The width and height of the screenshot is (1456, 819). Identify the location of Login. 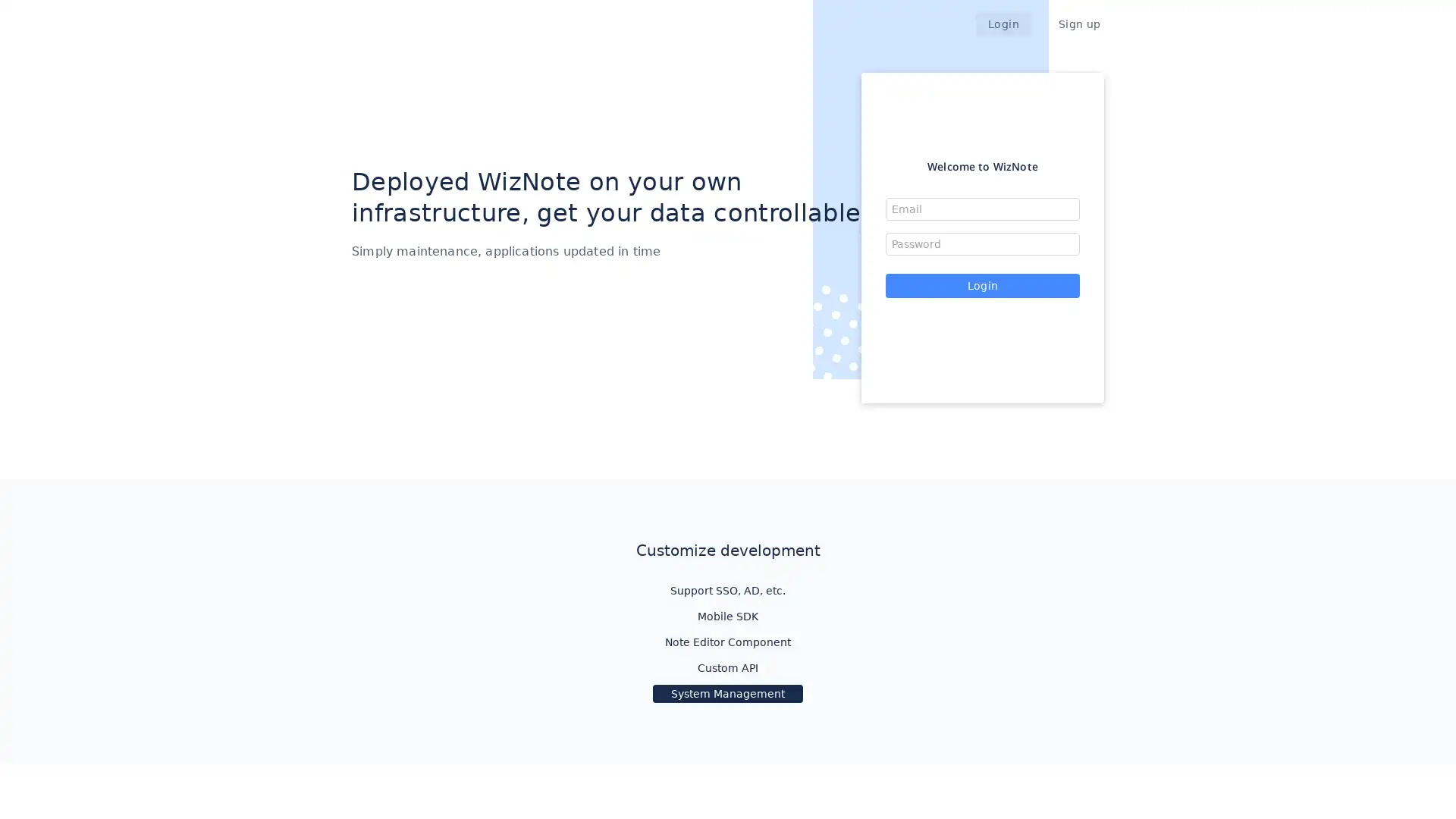
(983, 286).